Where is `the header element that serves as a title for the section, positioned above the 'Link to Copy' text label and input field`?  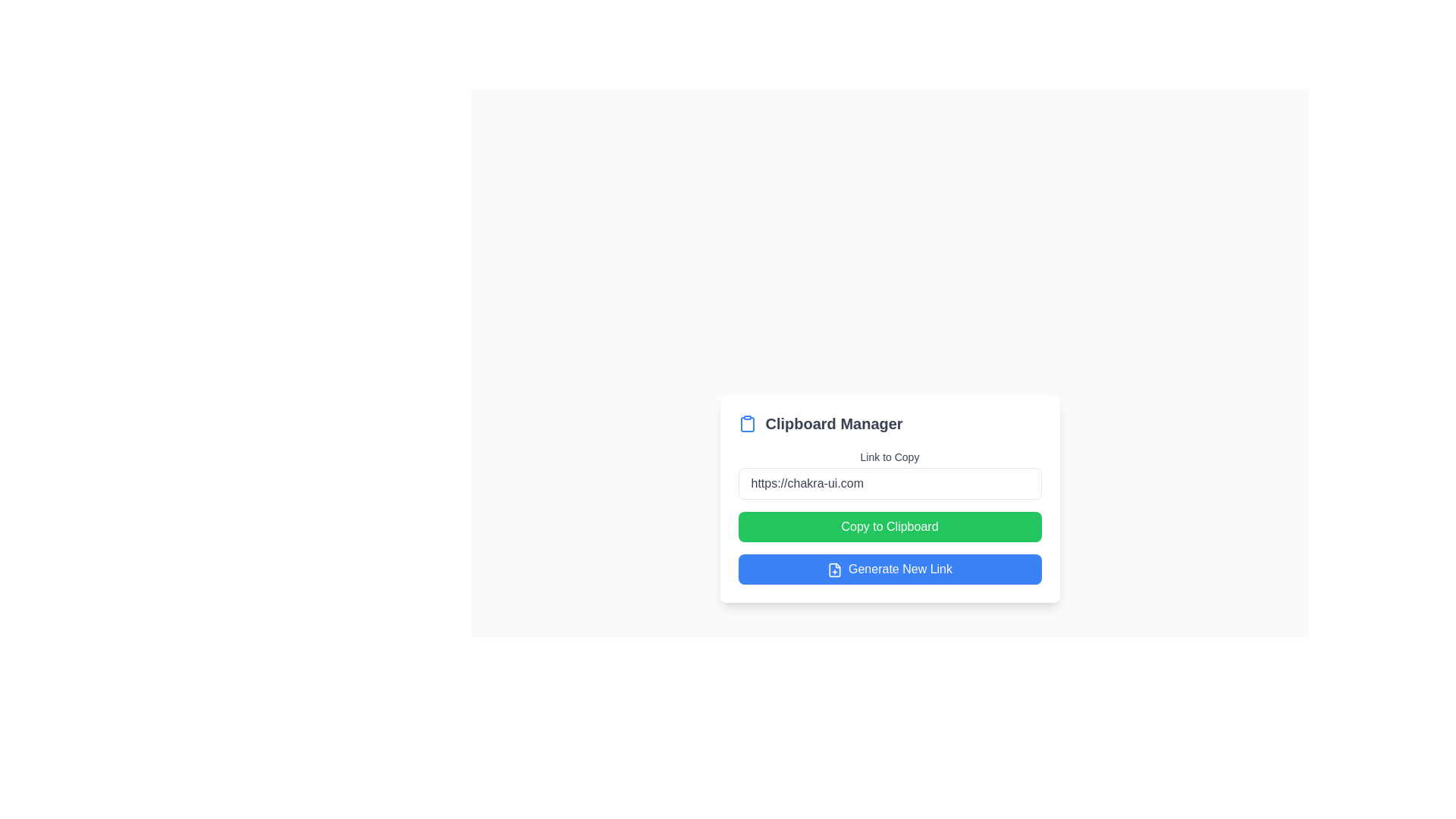
the header element that serves as a title for the section, positioned above the 'Link to Copy' text label and input field is located at coordinates (890, 424).